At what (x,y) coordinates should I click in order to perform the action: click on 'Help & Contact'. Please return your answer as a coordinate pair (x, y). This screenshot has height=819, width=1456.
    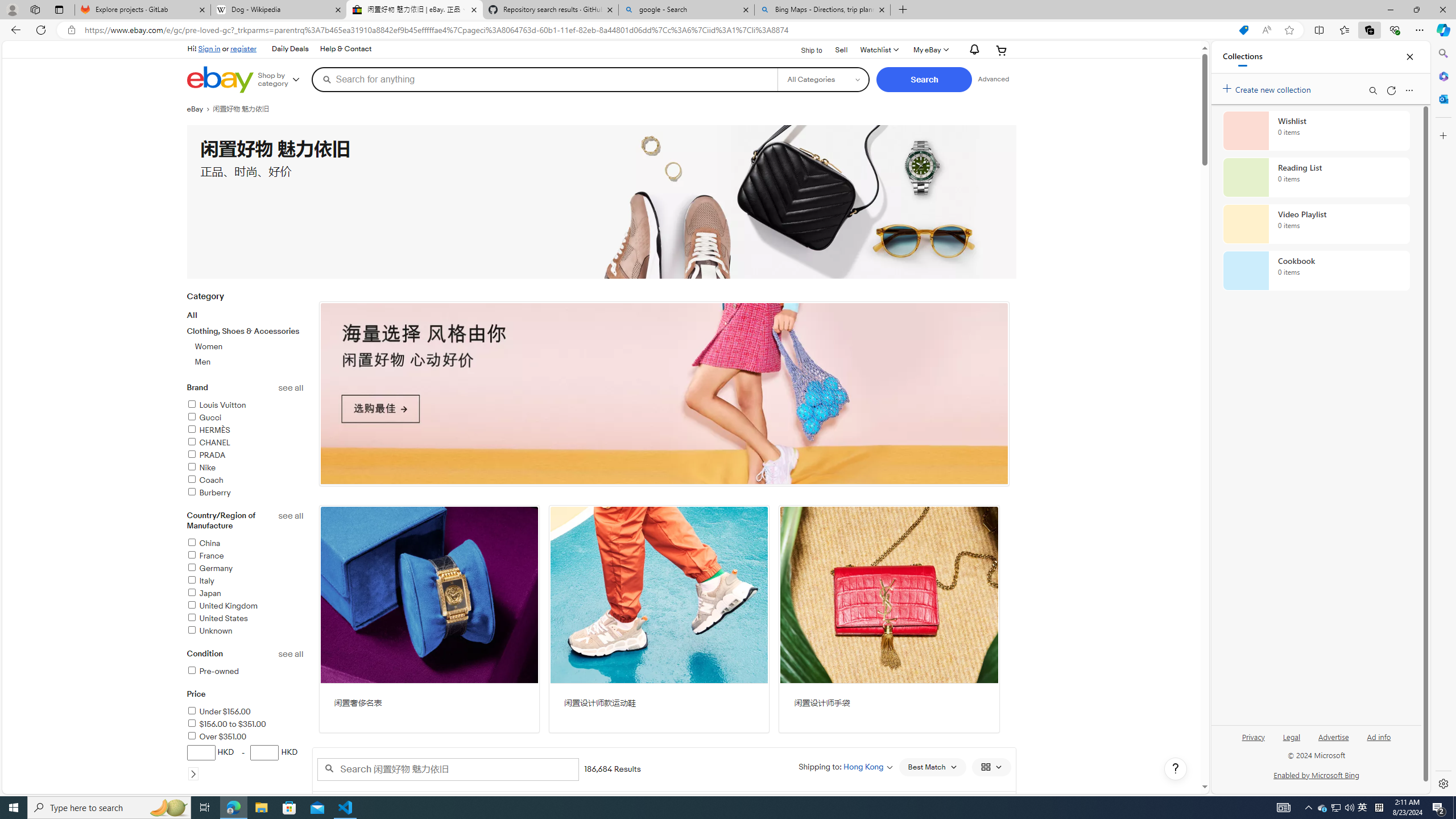
    Looking at the image, I should click on (345, 48).